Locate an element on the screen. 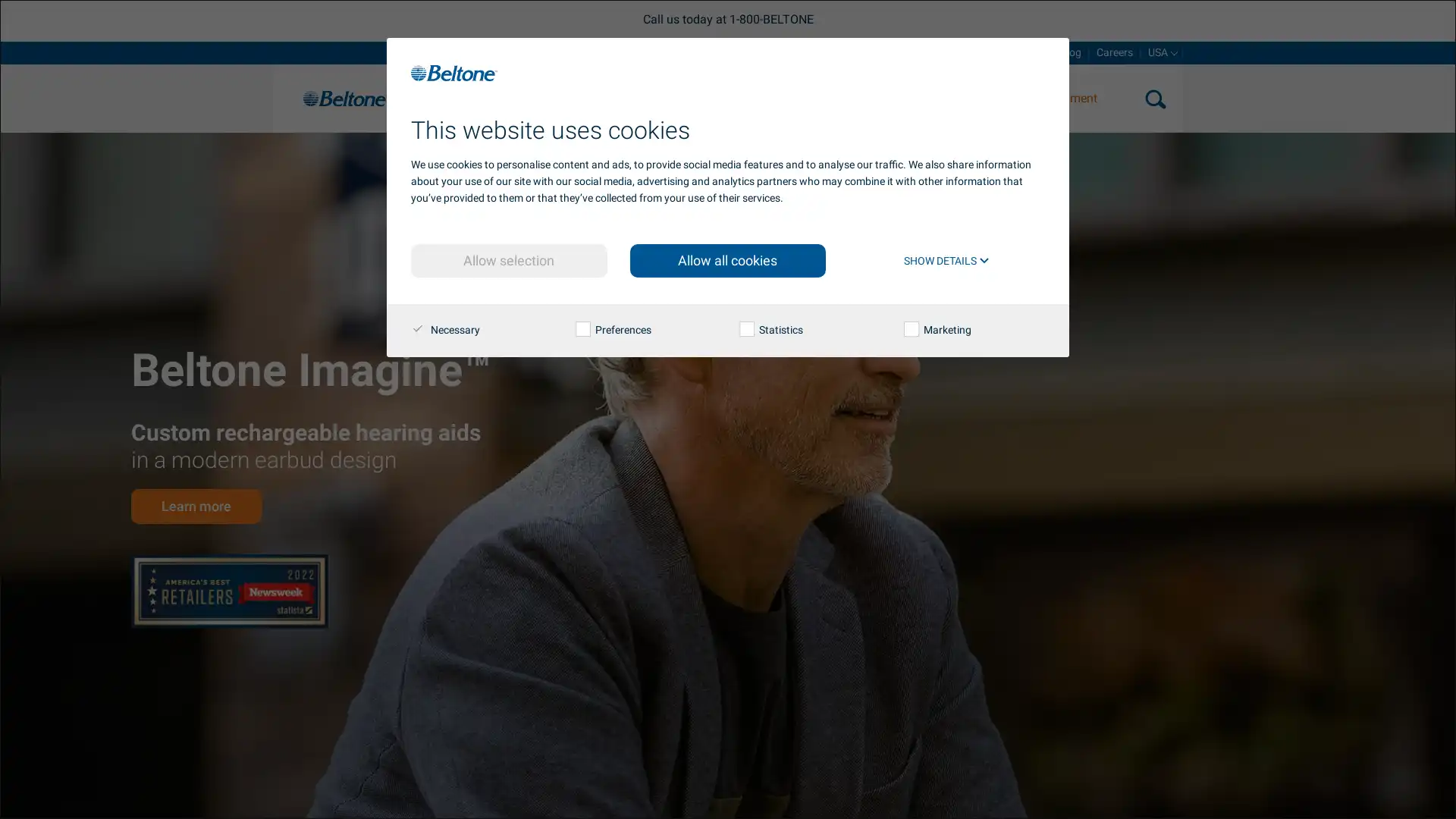 This screenshot has height=819, width=1456. Allow selection is located at coordinates (509, 259).